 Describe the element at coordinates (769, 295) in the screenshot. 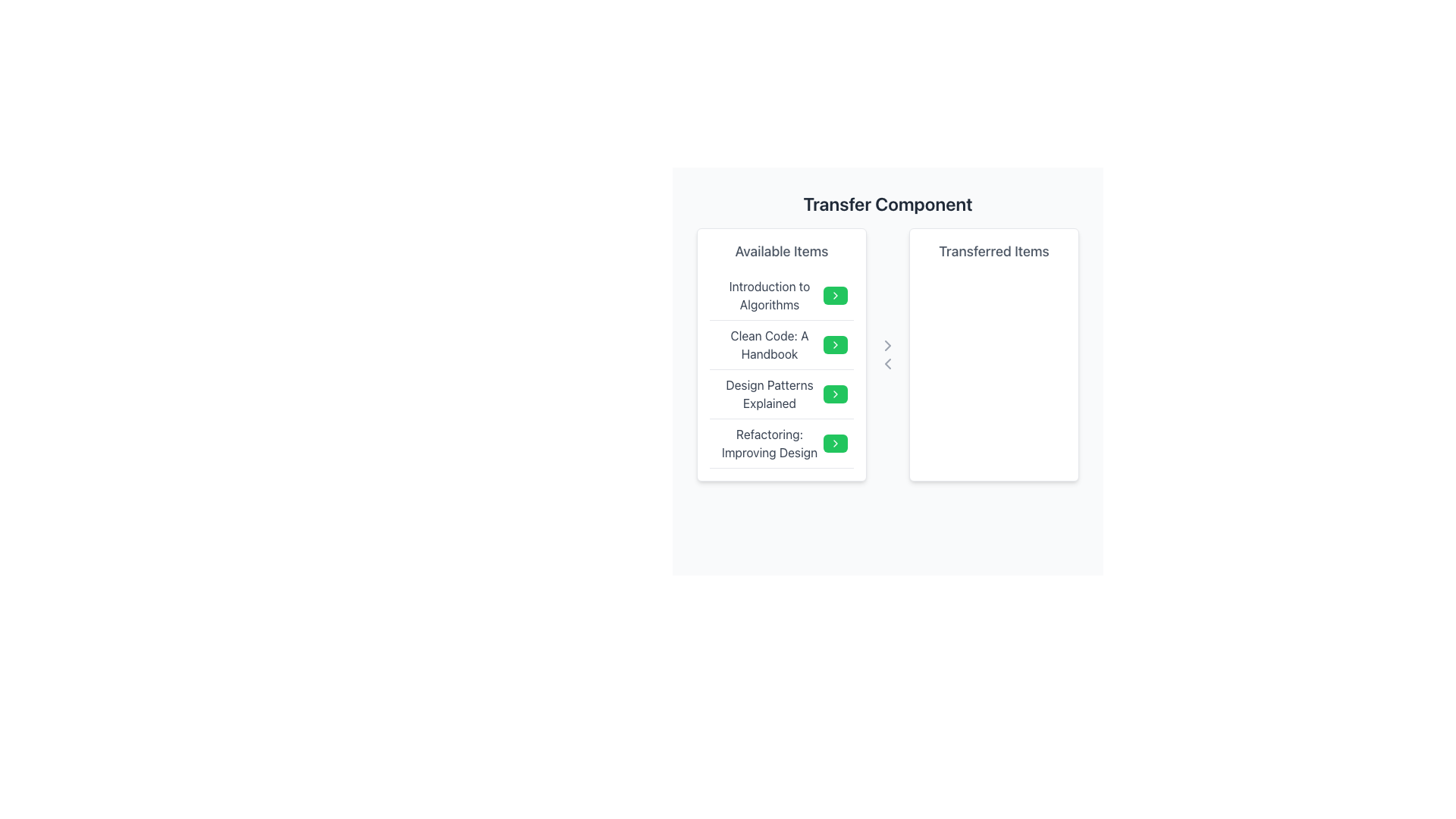

I see `the Text label that serves as a title for the first item in the 'Available Items' list, located to the left of the interactive green button` at that location.